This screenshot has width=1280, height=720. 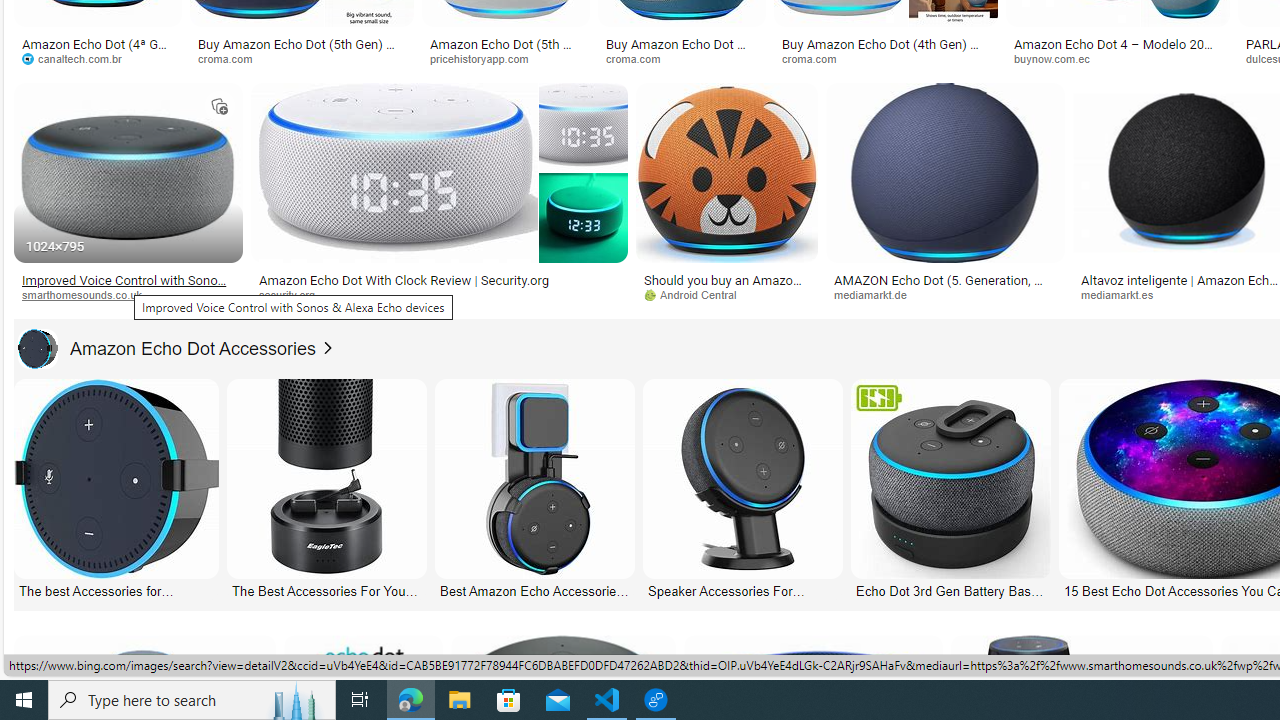 What do you see at coordinates (167, 347) in the screenshot?
I see `'Amazon Echo Dot Accessories'` at bounding box center [167, 347].